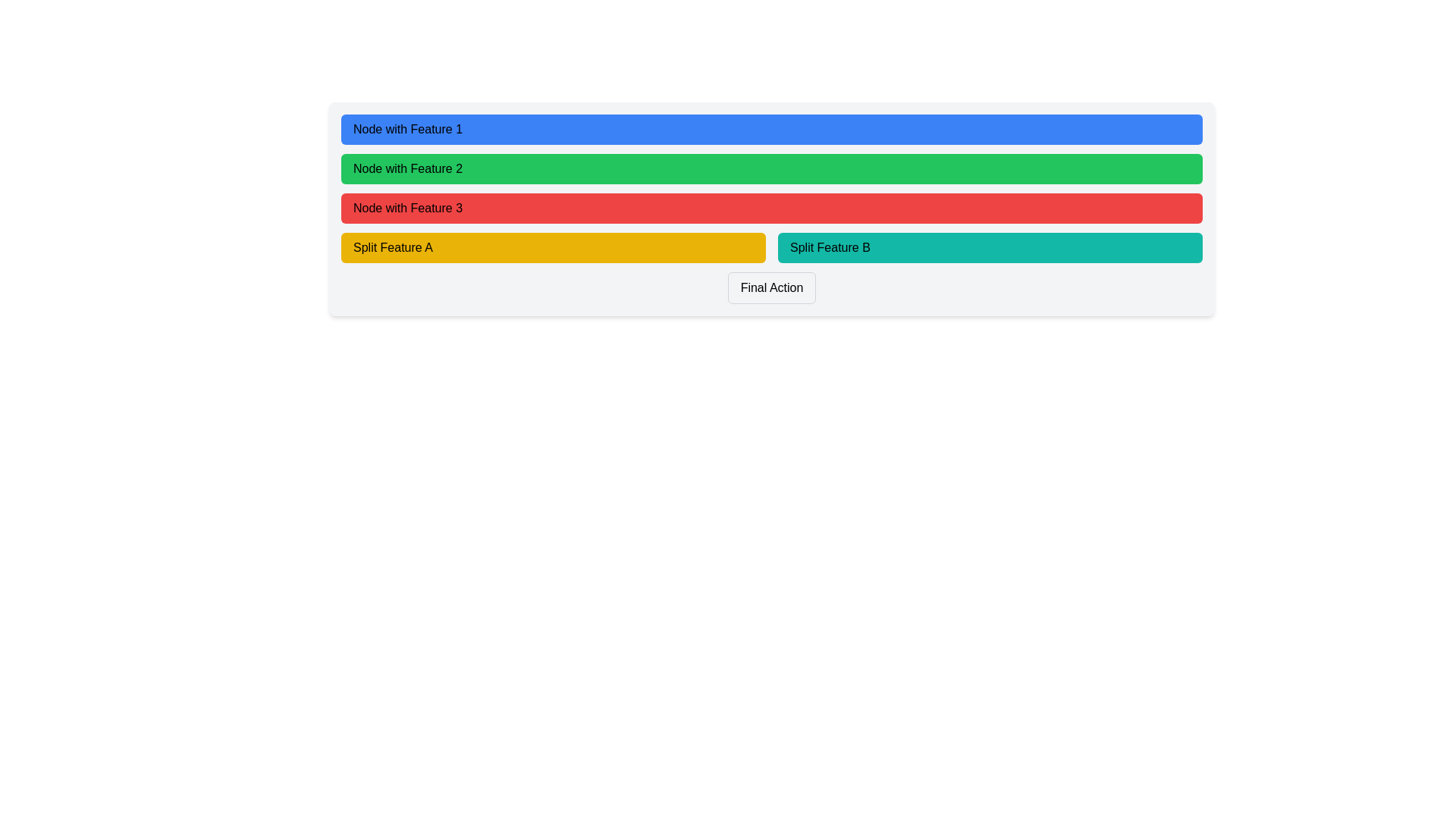 The height and width of the screenshot is (819, 1456). What do you see at coordinates (552, 247) in the screenshot?
I see `the left button labeled 'Split Feature A' located towards the bottom-left part of the central region` at bounding box center [552, 247].